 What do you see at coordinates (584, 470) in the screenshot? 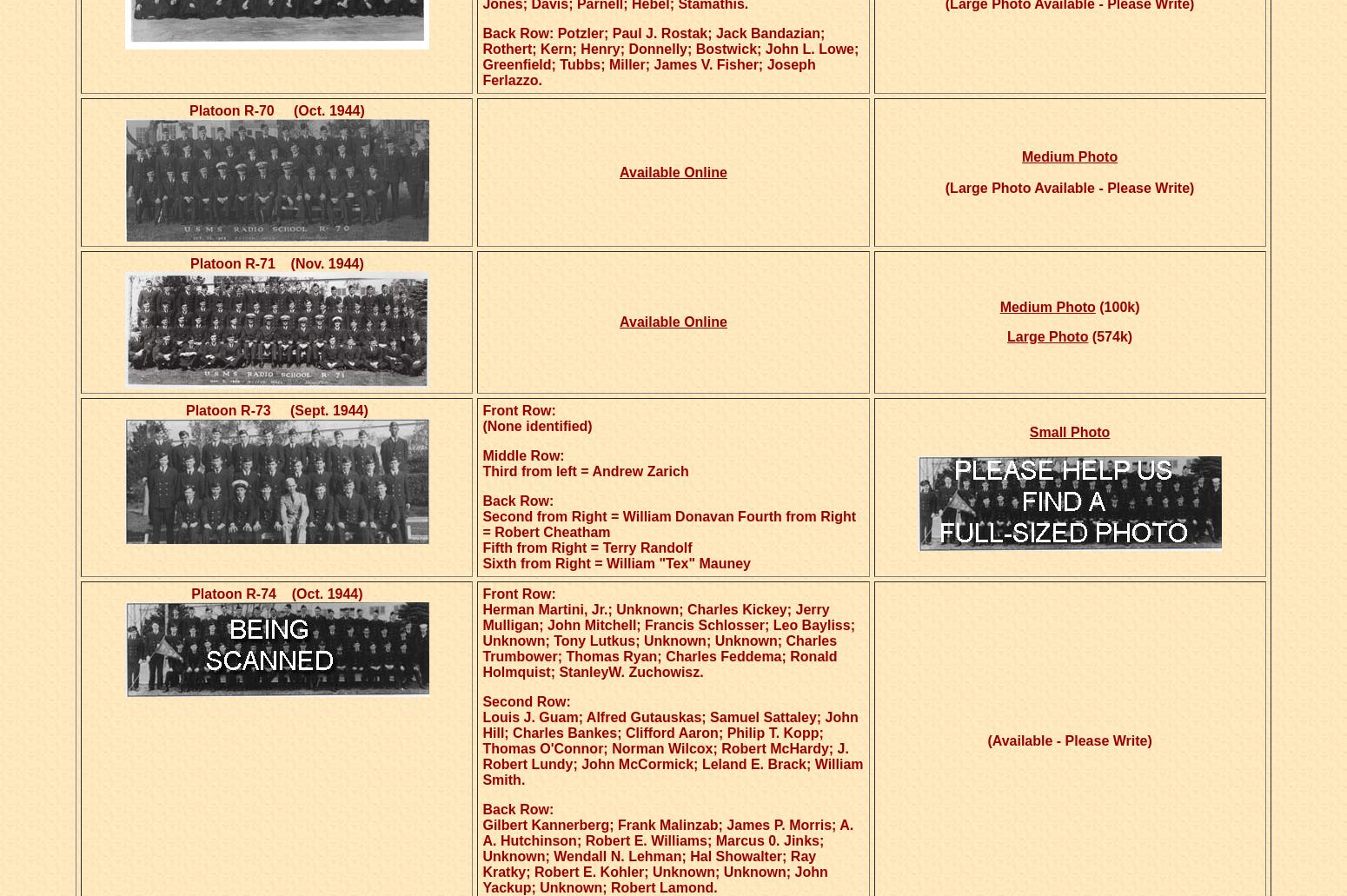
I see `'Third from left = Andrew Zarich'` at bounding box center [584, 470].